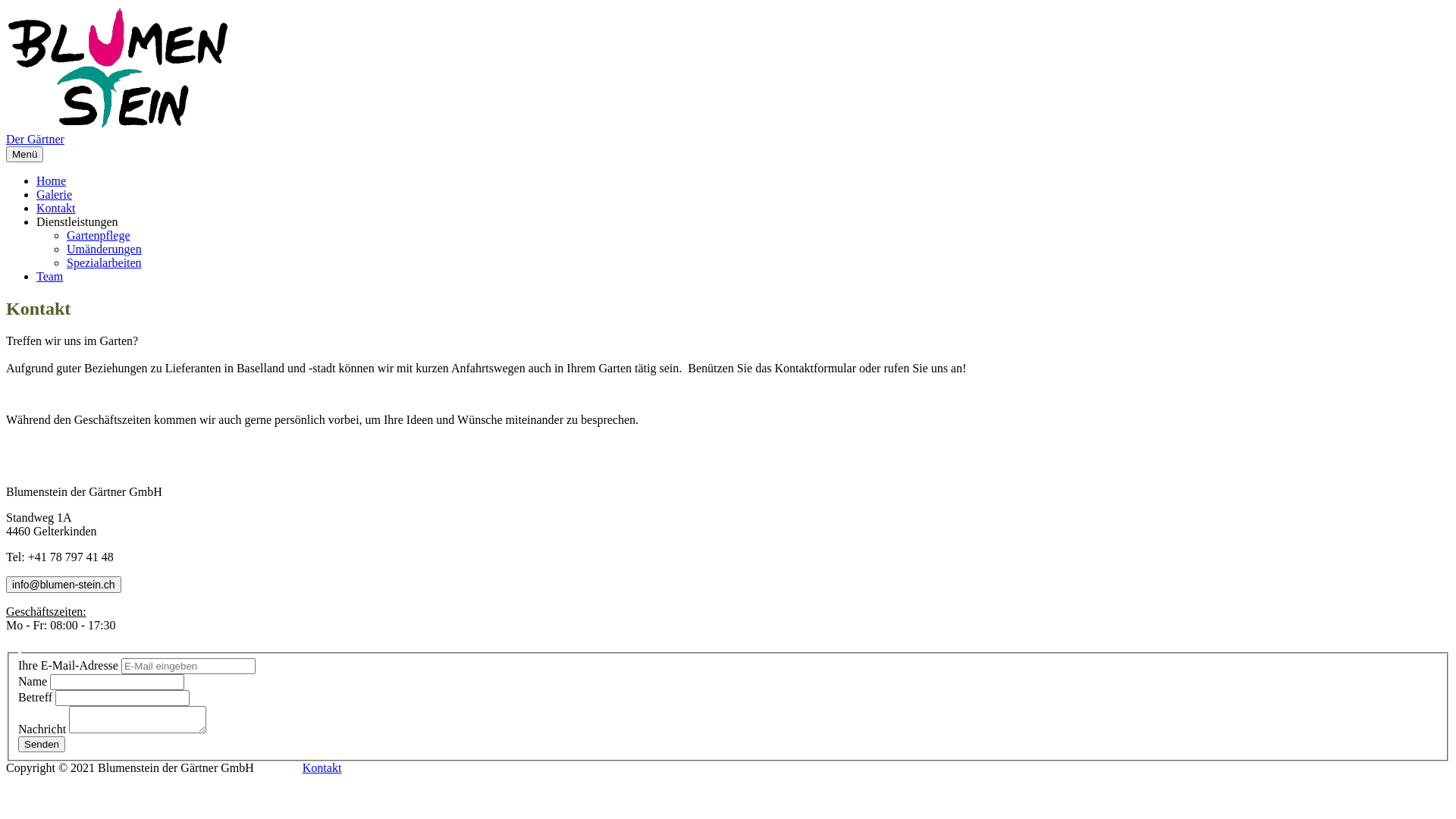 This screenshot has height=819, width=1456. What do you see at coordinates (49, 276) in the screenshot?
I see `'Team'` at bounding box center [49, 276].